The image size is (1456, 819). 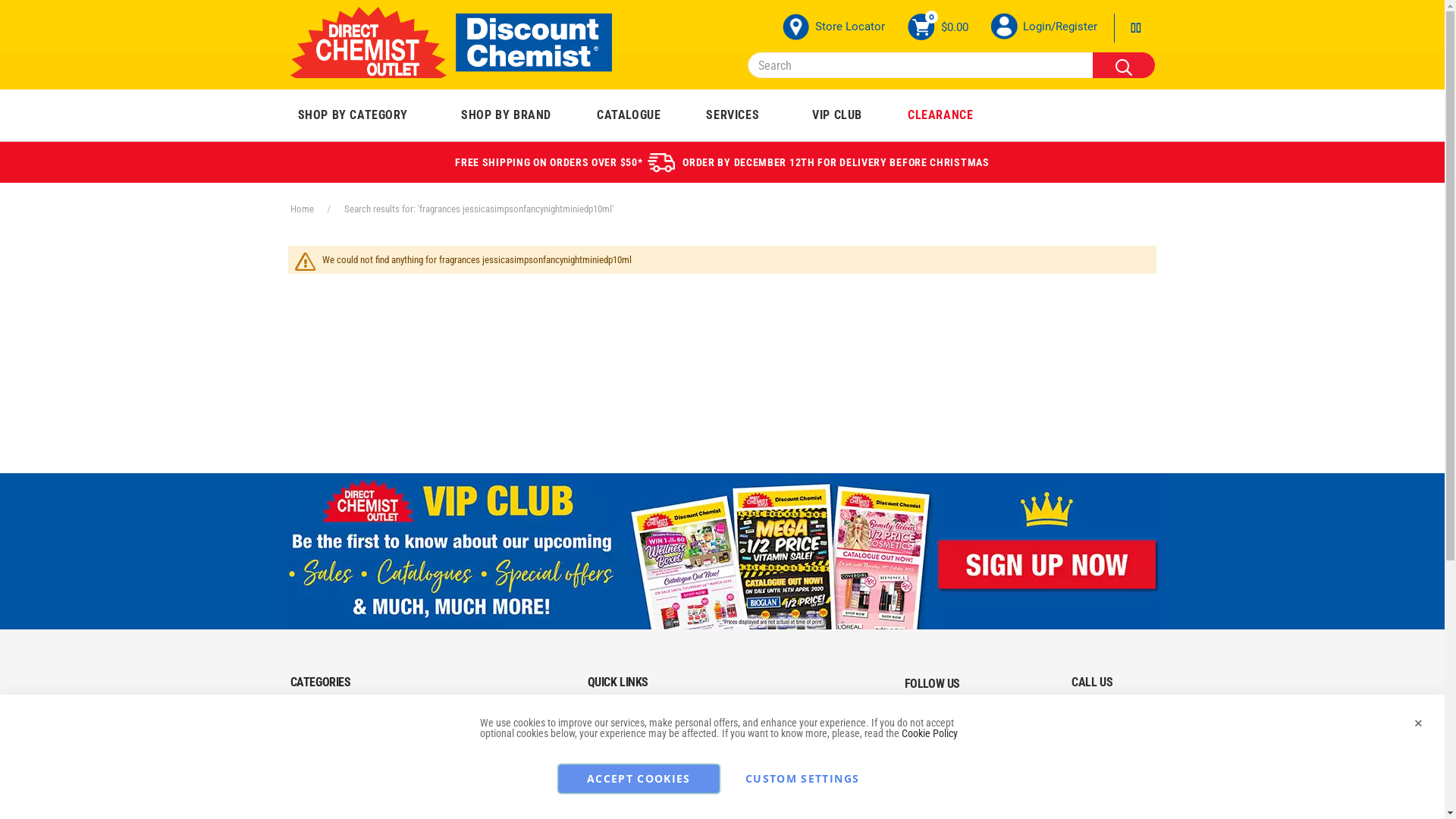 What do you see at coordinates (937, 27) in the screenshot?
I see `'0` at bounding box center [937, 27].